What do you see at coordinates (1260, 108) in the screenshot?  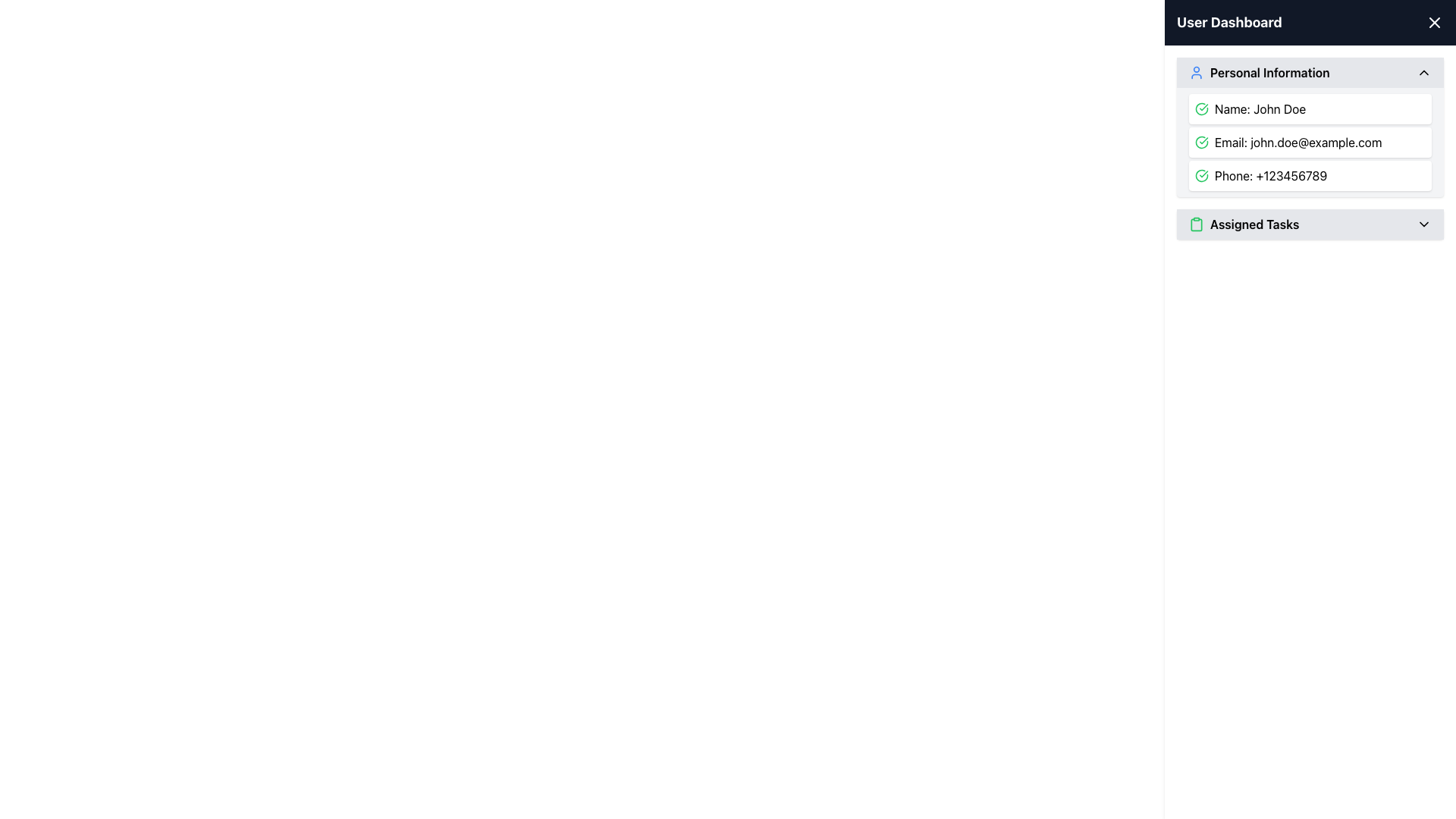 I see `the text label displaying 'Name: John Doe' in black text on a white background, located near the top of the 'Personal Information' panel, next to a green check icon` at bounding box center [1260, 108].